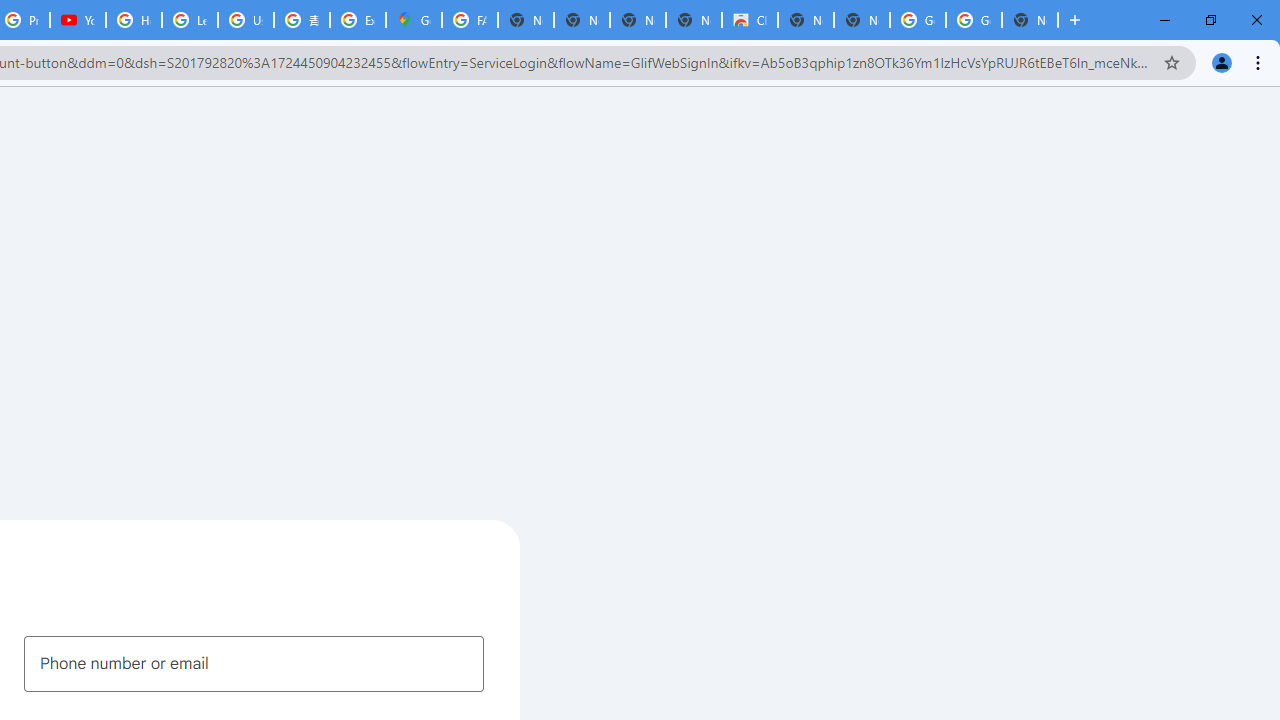 This screenshot has width=1280, height=720. What do you see at coordinates (133, 20) in the screenshot?
I see `'How Chrome protects your passwords - Google Chrome Help'` at bounding box center [133, 20].